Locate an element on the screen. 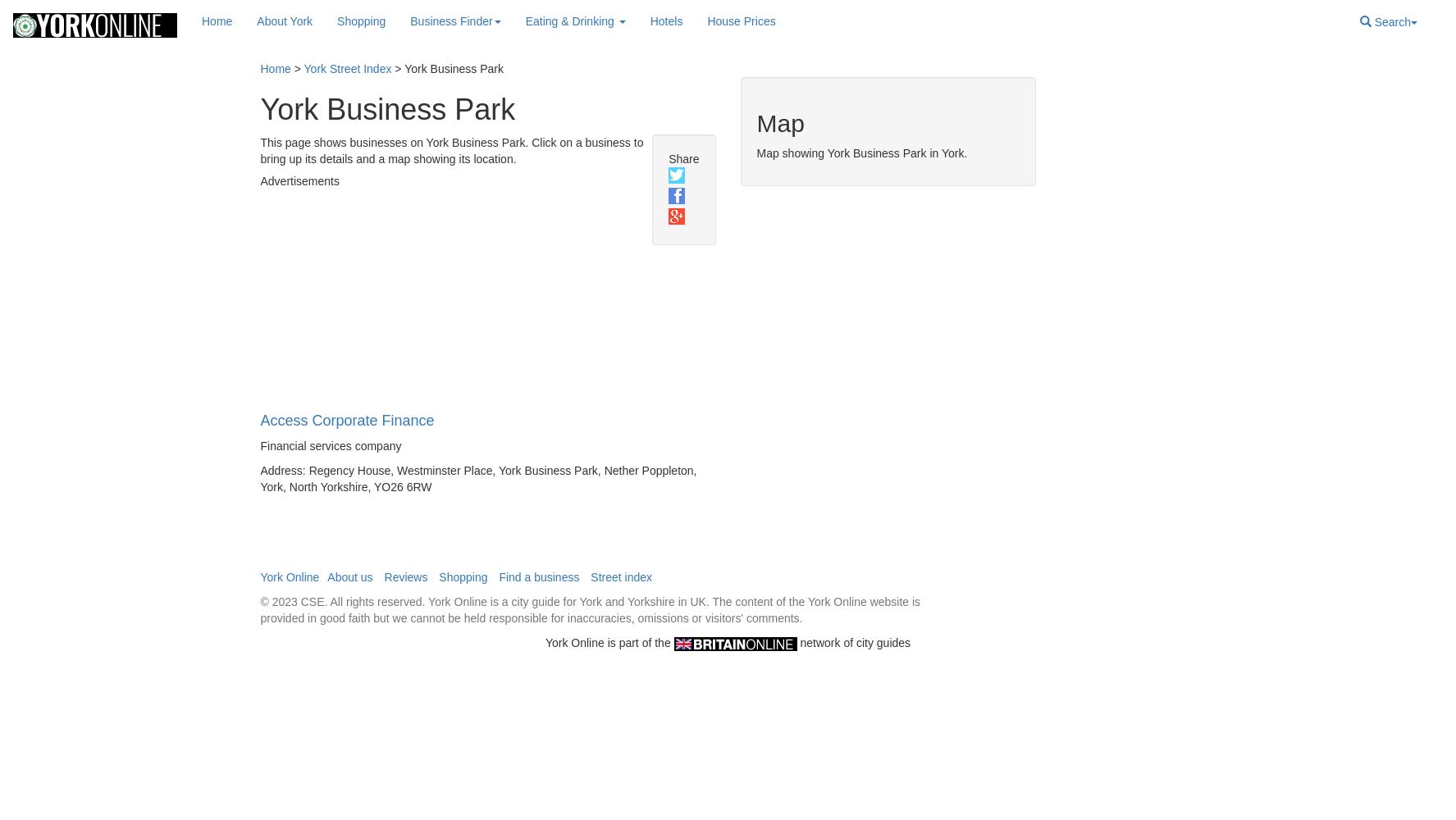  'Find a business' is located at coordinates (537, 576).